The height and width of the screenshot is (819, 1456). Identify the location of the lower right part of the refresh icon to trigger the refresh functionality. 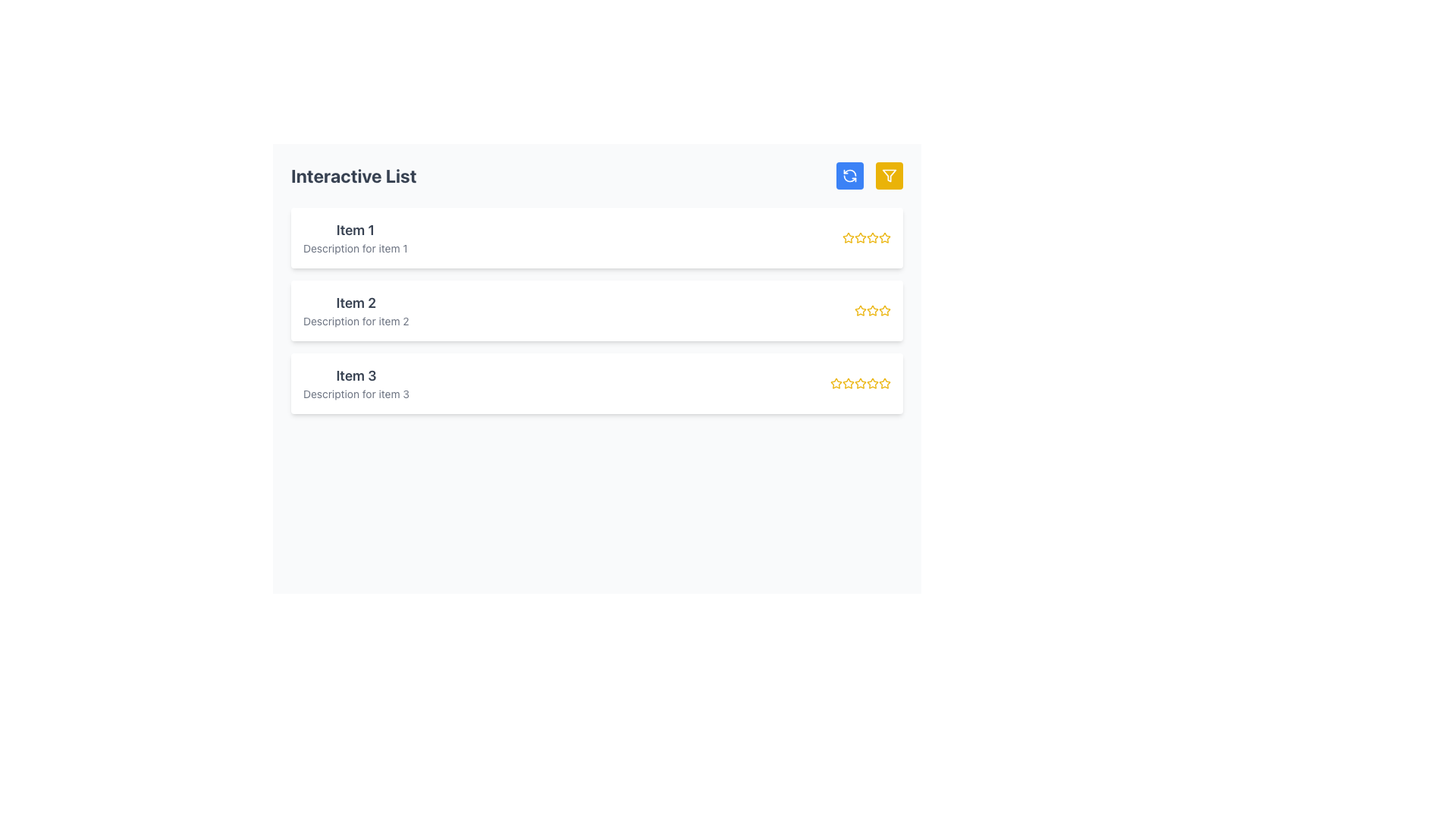
(850, 177).